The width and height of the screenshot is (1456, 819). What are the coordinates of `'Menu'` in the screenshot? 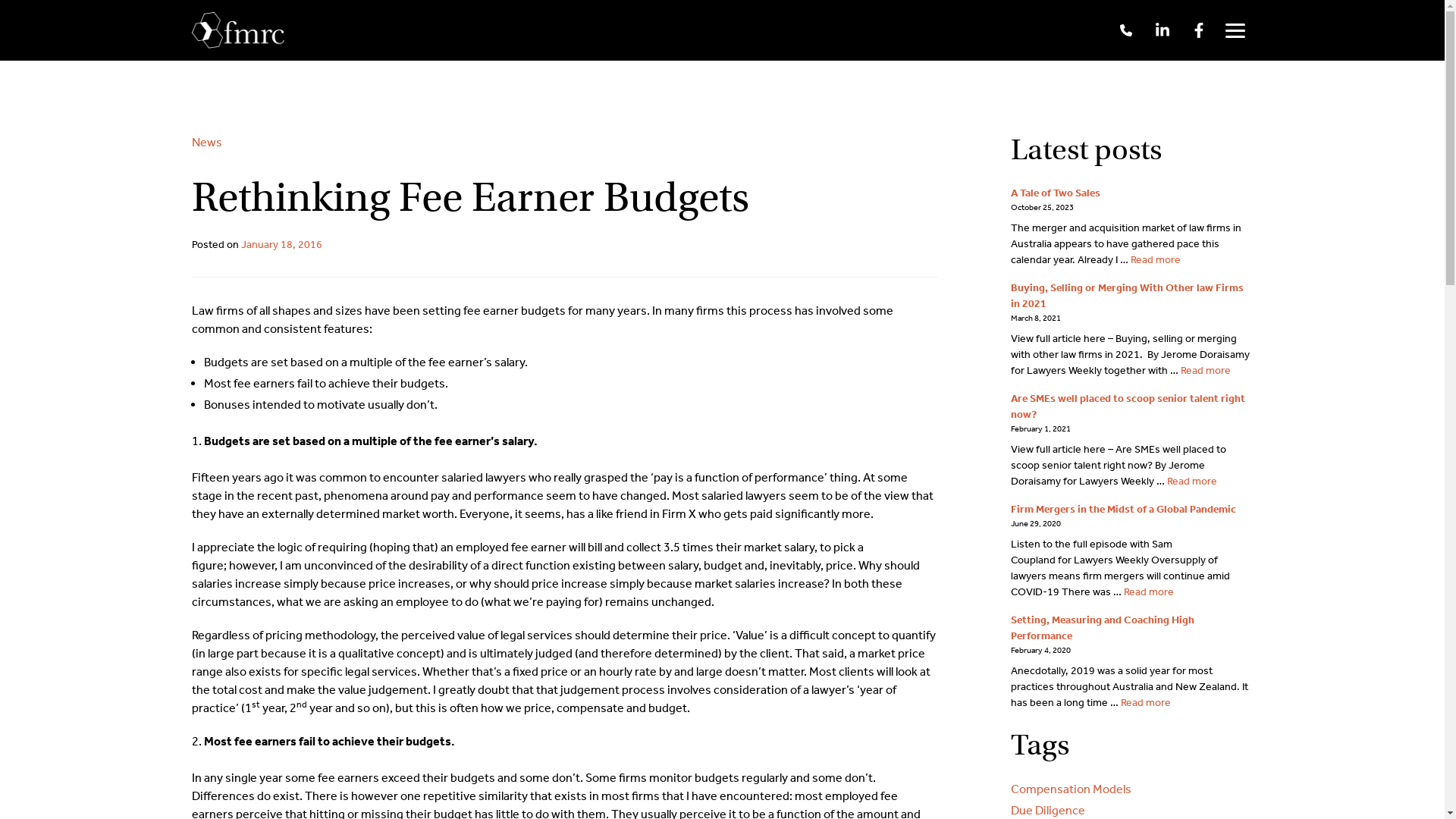 It's located at (1216, 30).